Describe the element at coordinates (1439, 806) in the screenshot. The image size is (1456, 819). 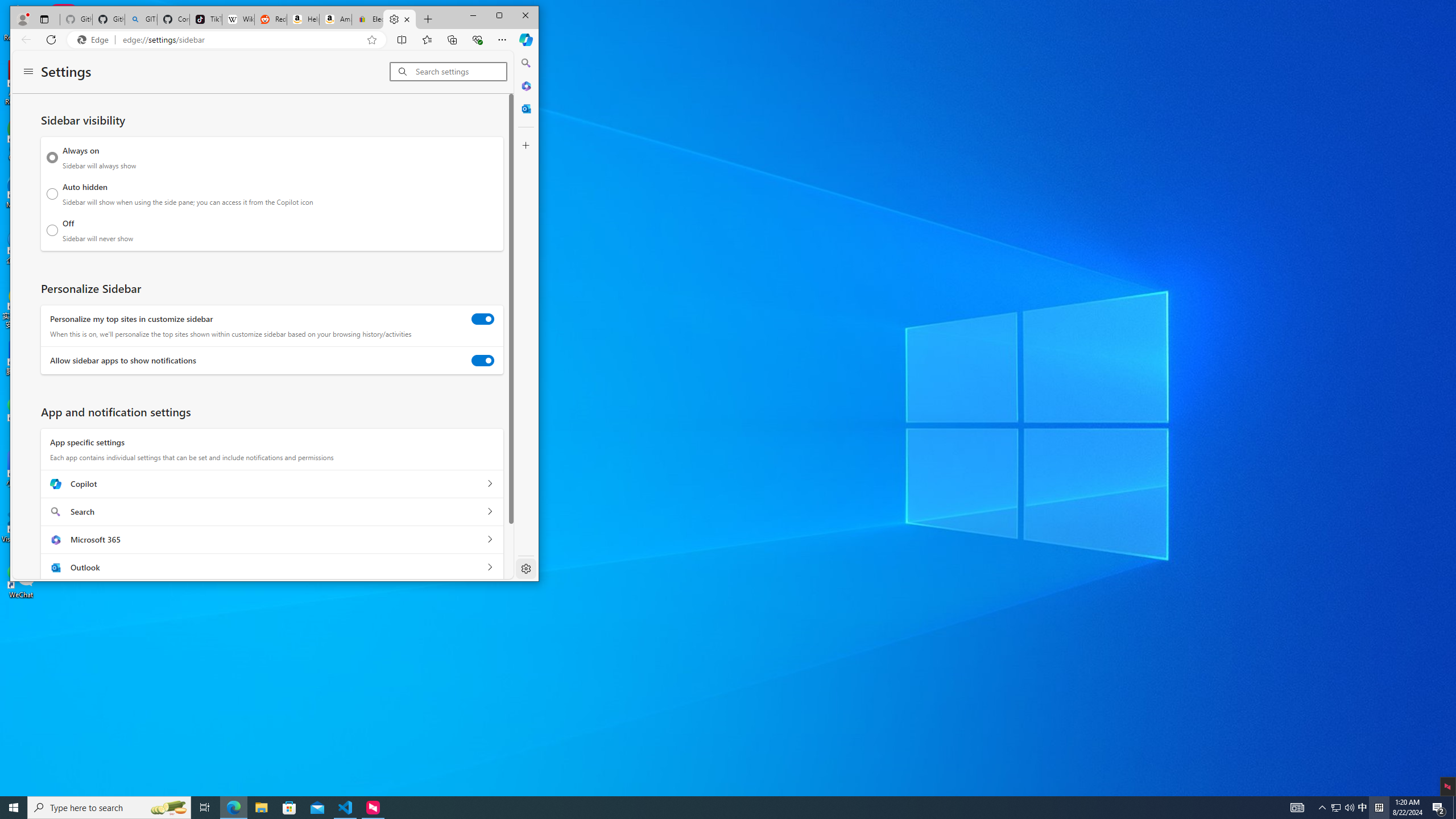
I see `'Action Center, 2 new notifications'` at that location.